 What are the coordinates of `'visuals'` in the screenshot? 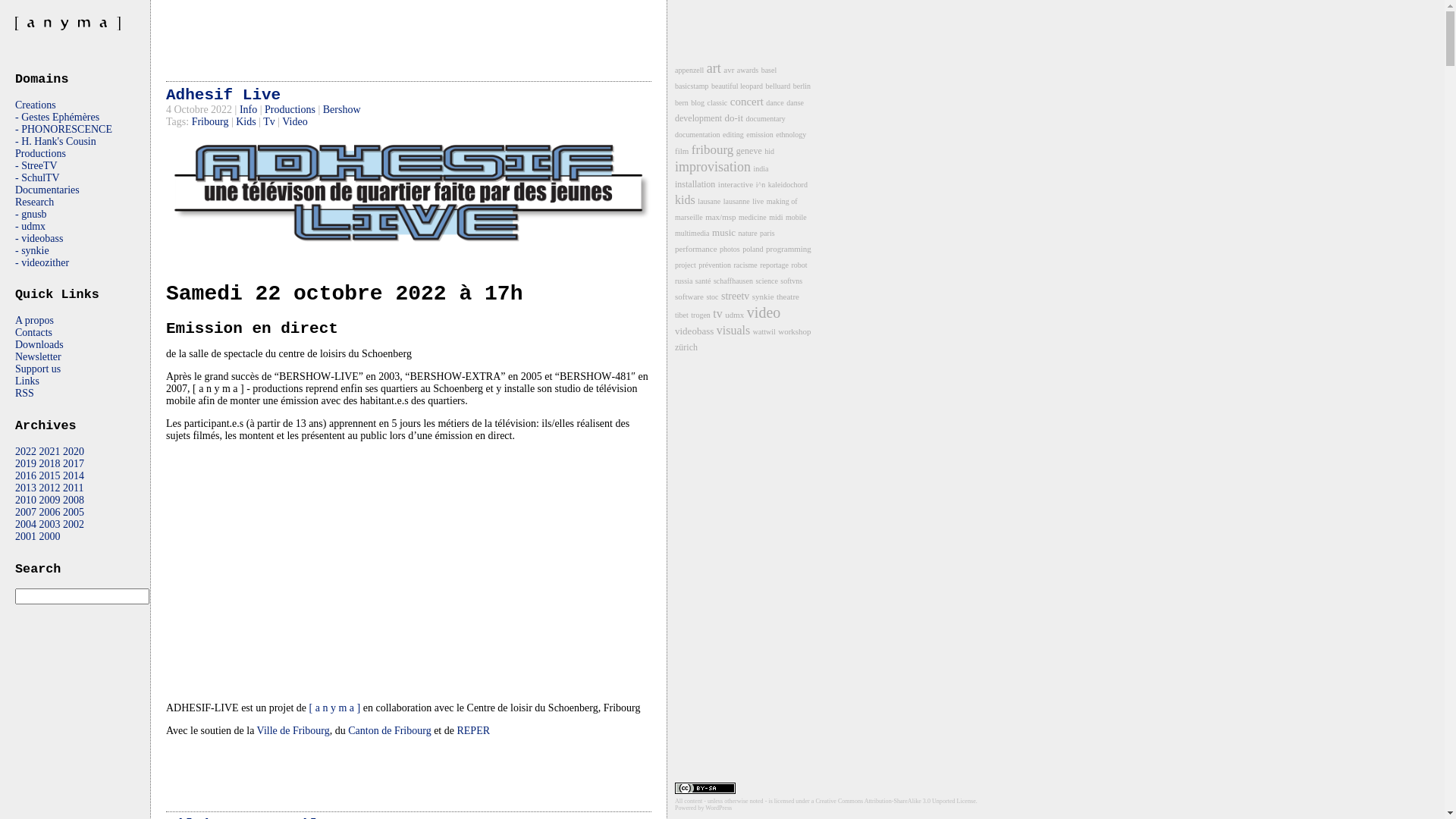 It's located at (733, 329).